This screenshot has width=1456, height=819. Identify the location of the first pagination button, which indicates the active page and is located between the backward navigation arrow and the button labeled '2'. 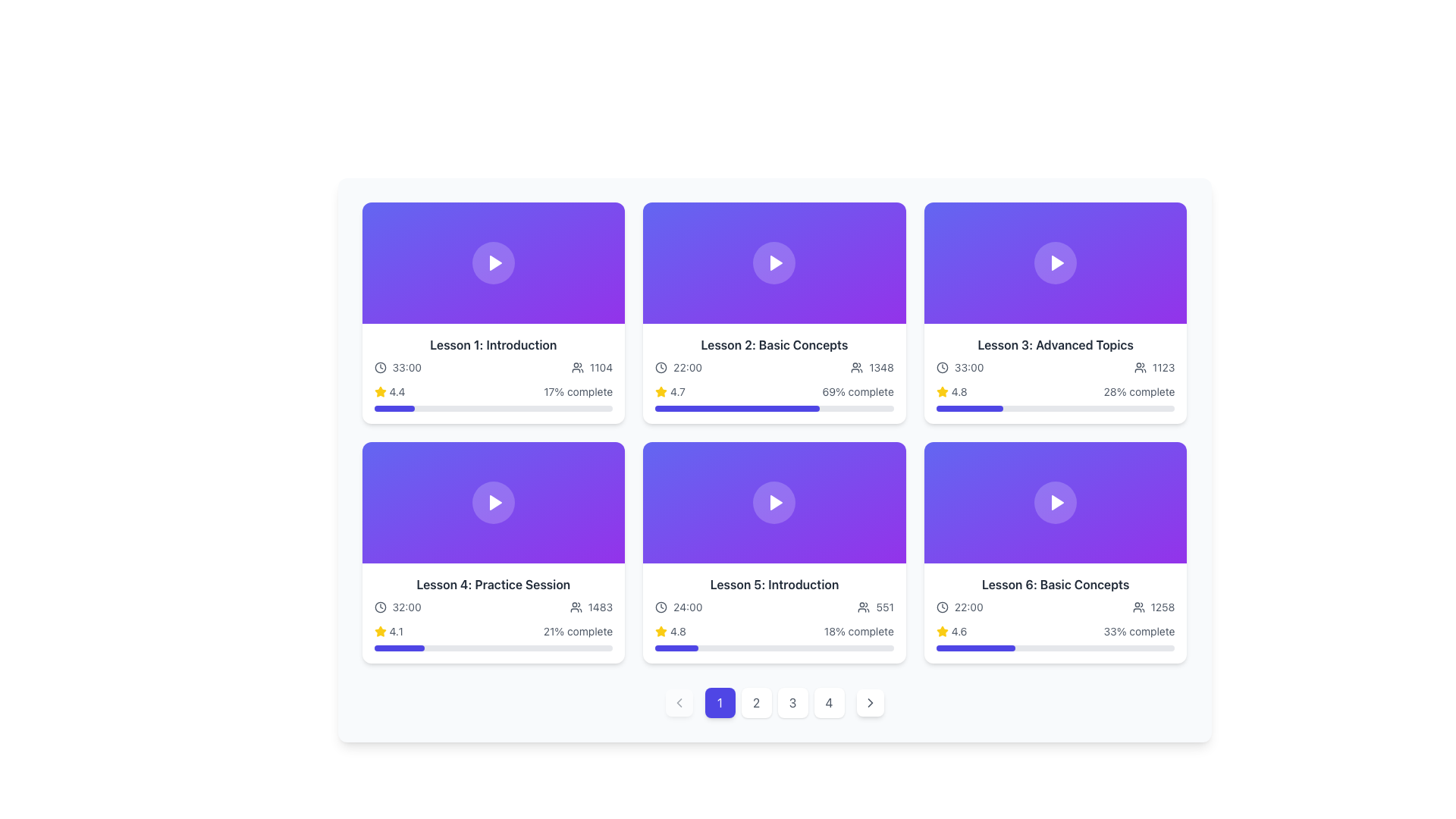
(719, 702).